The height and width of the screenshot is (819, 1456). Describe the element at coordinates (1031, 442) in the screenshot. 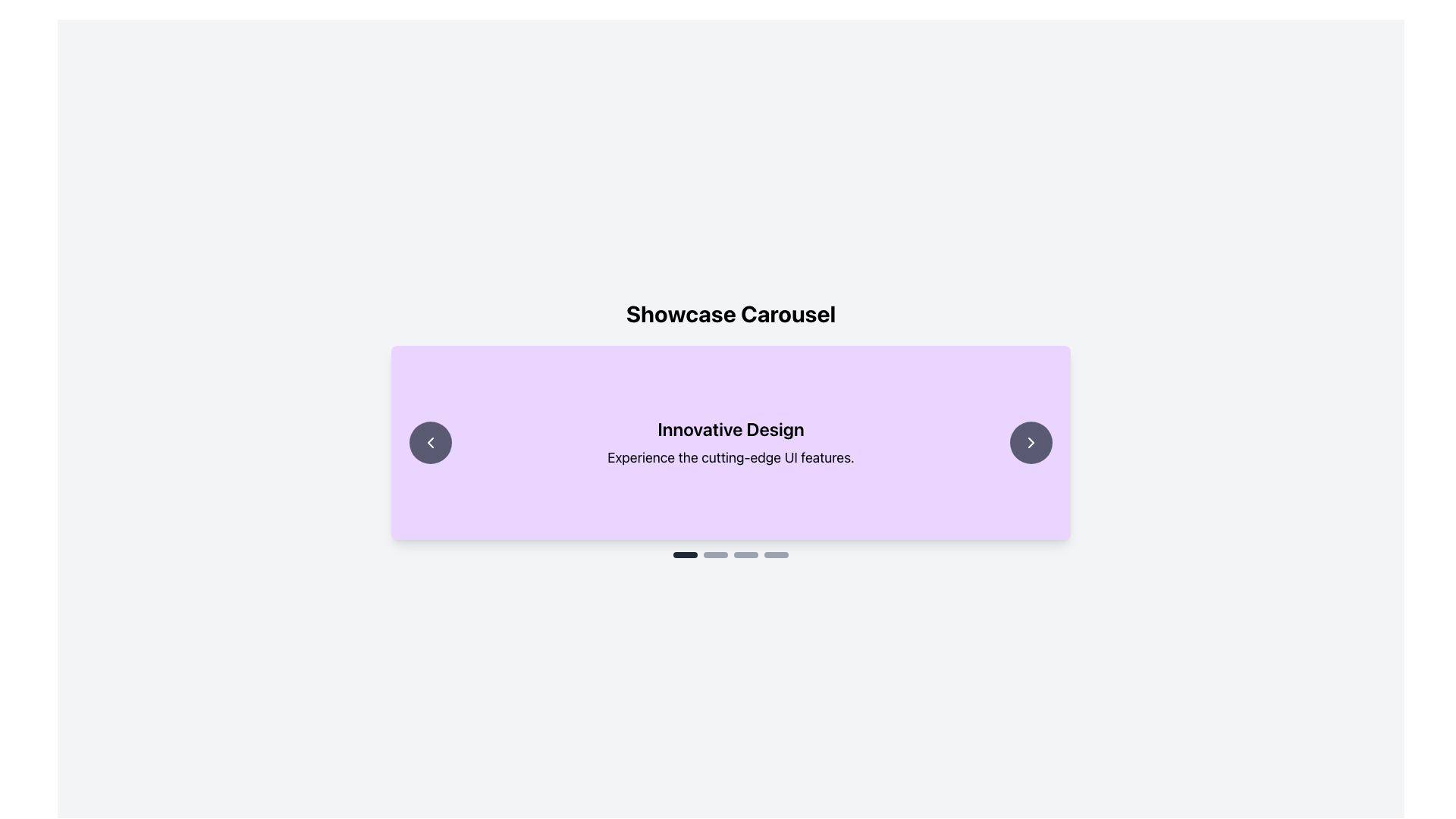

I see `the right-pointing arrow icon button with a circular dark gray background located on the right side of the carousel interface` at that location.